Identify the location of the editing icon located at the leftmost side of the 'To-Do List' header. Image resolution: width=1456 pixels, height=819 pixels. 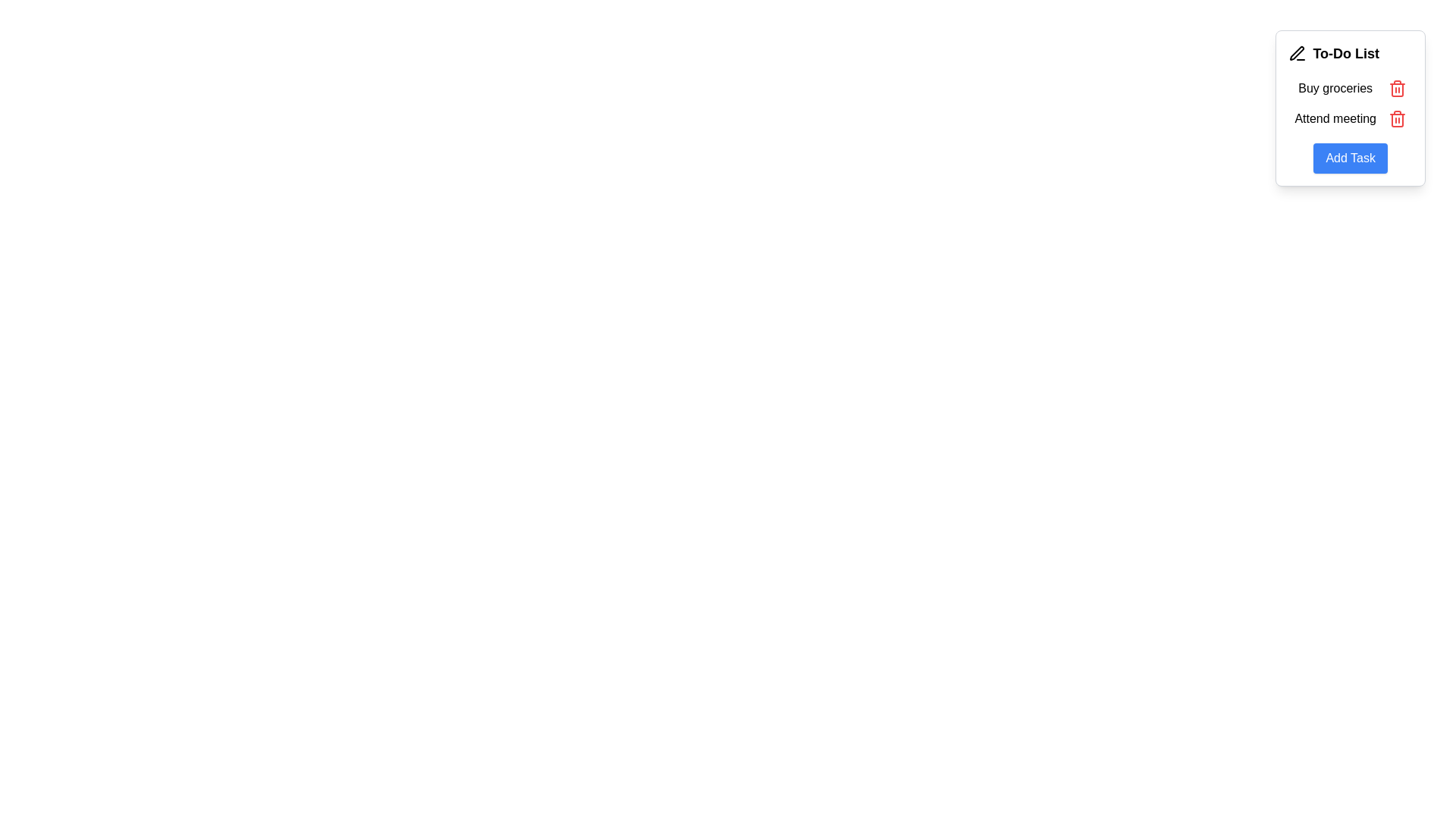
(1297, 52).